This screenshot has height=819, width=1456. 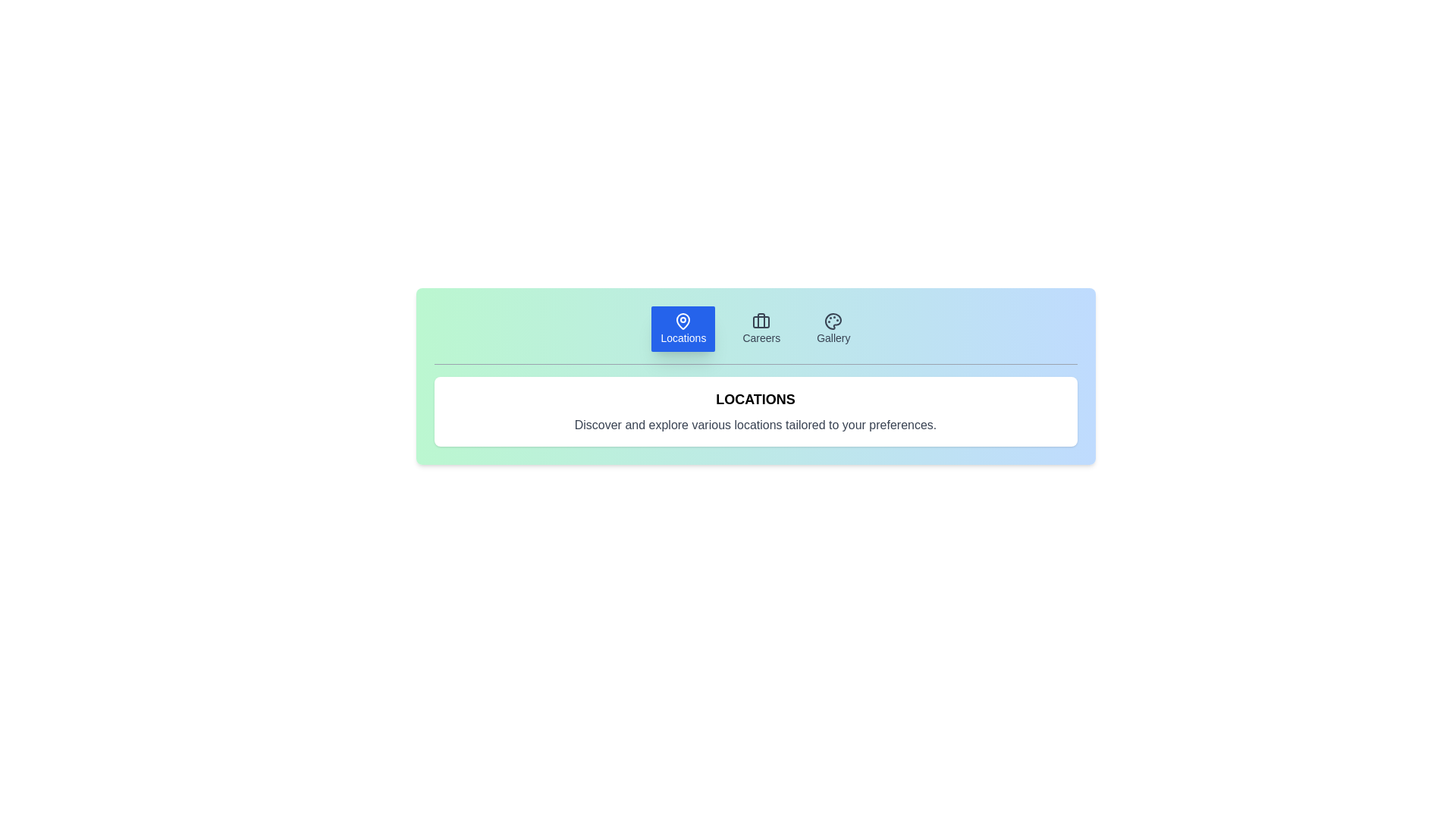 I want to click on the Careers tab to display its content, so click(x=761, y=328).